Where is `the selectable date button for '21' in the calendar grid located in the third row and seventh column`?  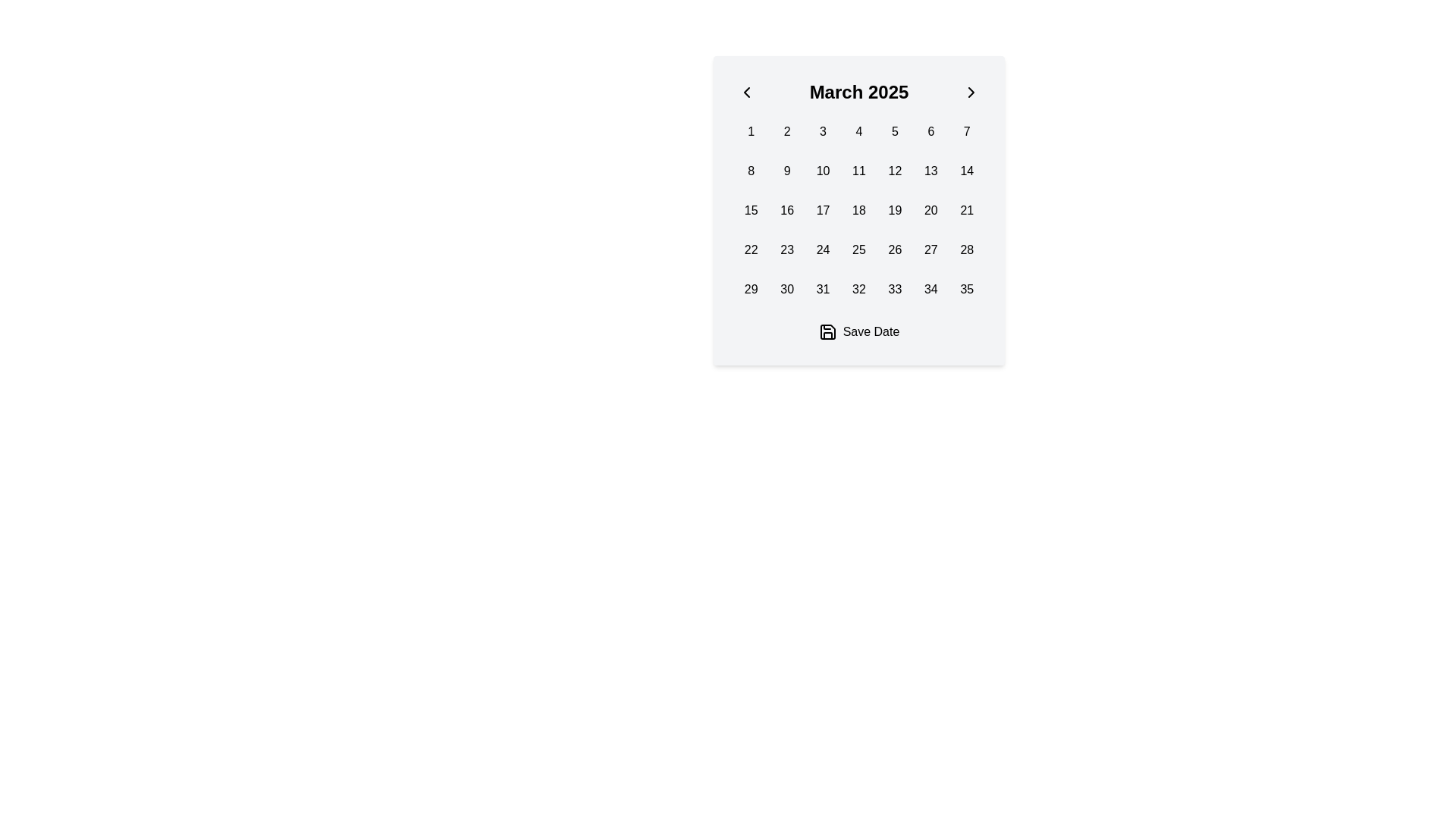 the selectable date button for '21' in the calendar grid located in the third row and seventh column is located at coordinates (966, 210).